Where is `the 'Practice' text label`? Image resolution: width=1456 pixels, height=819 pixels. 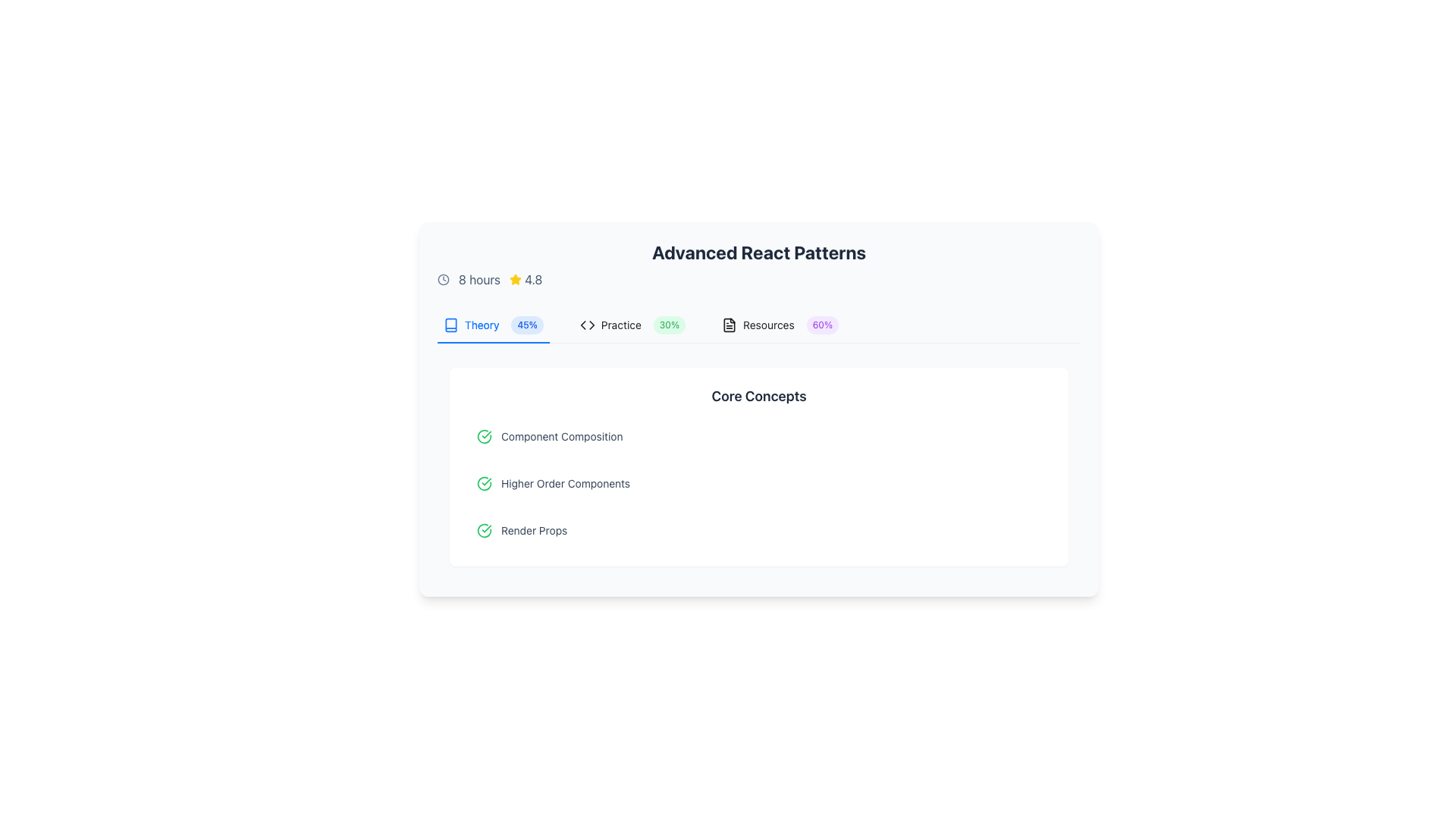 the 'Practice' text label is located at coordinates (621, 324).